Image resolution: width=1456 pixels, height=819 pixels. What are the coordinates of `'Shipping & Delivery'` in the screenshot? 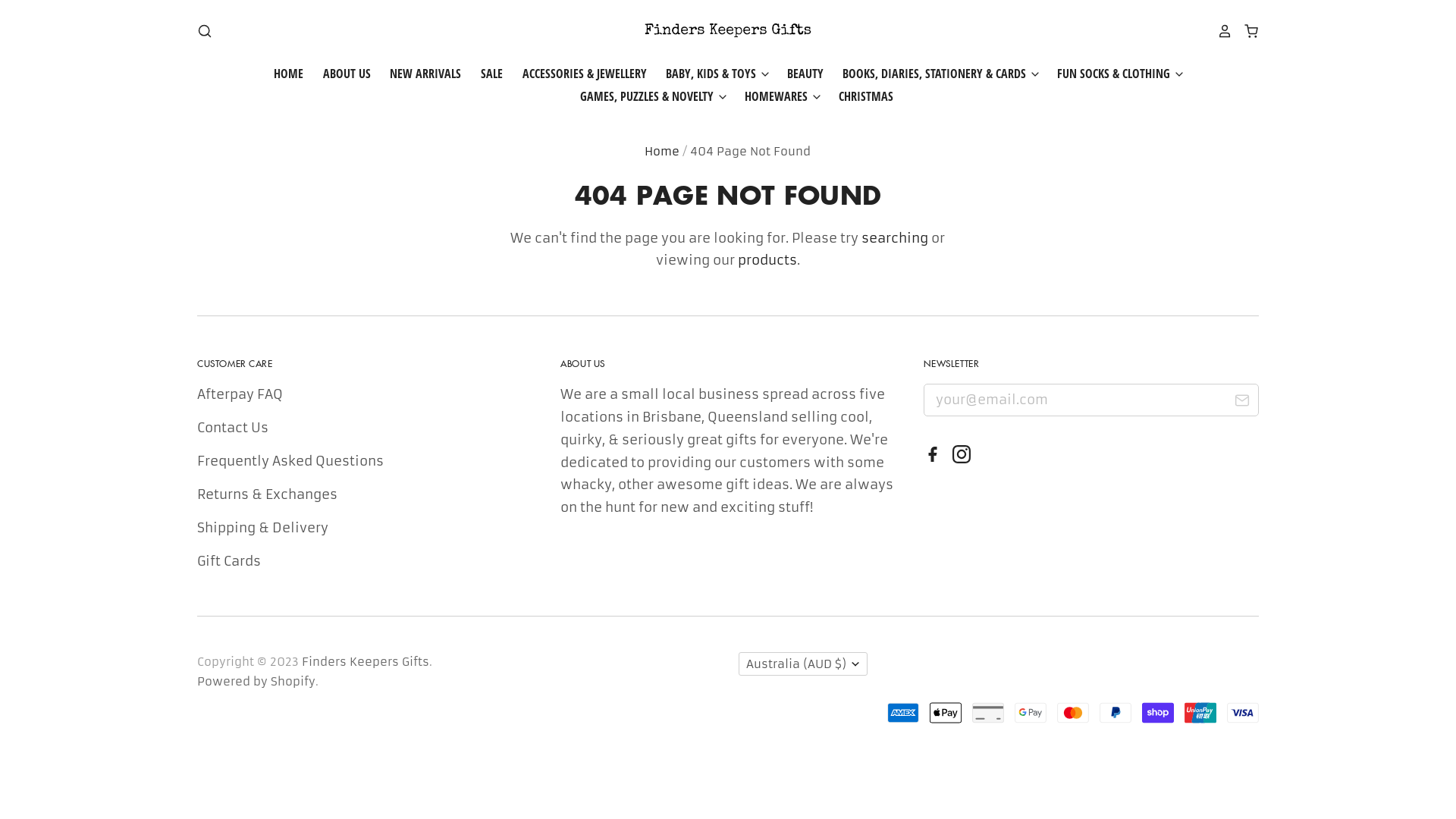 It's located at (262, 526).